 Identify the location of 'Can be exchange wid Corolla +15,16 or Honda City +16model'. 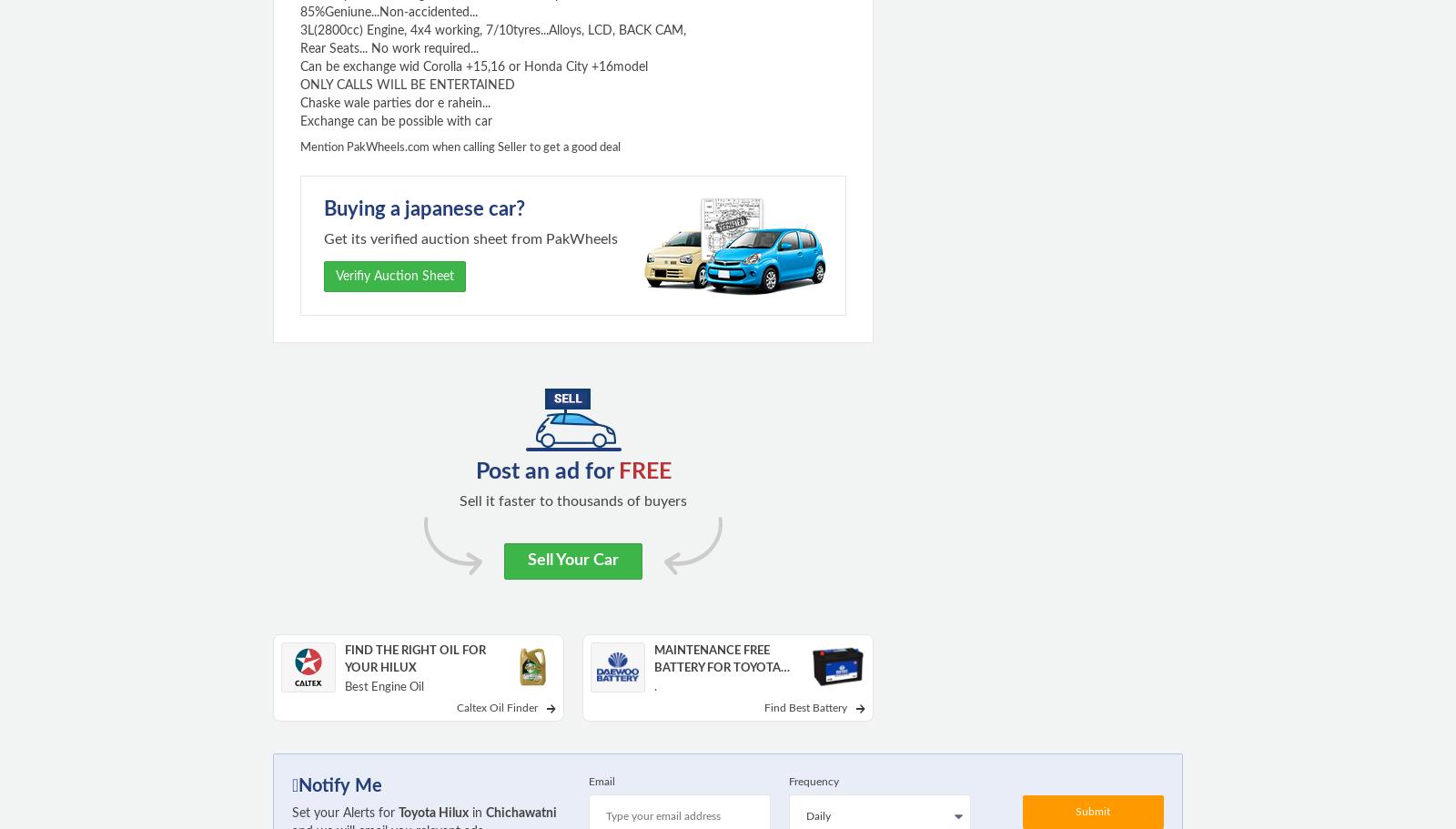
(472, 66).